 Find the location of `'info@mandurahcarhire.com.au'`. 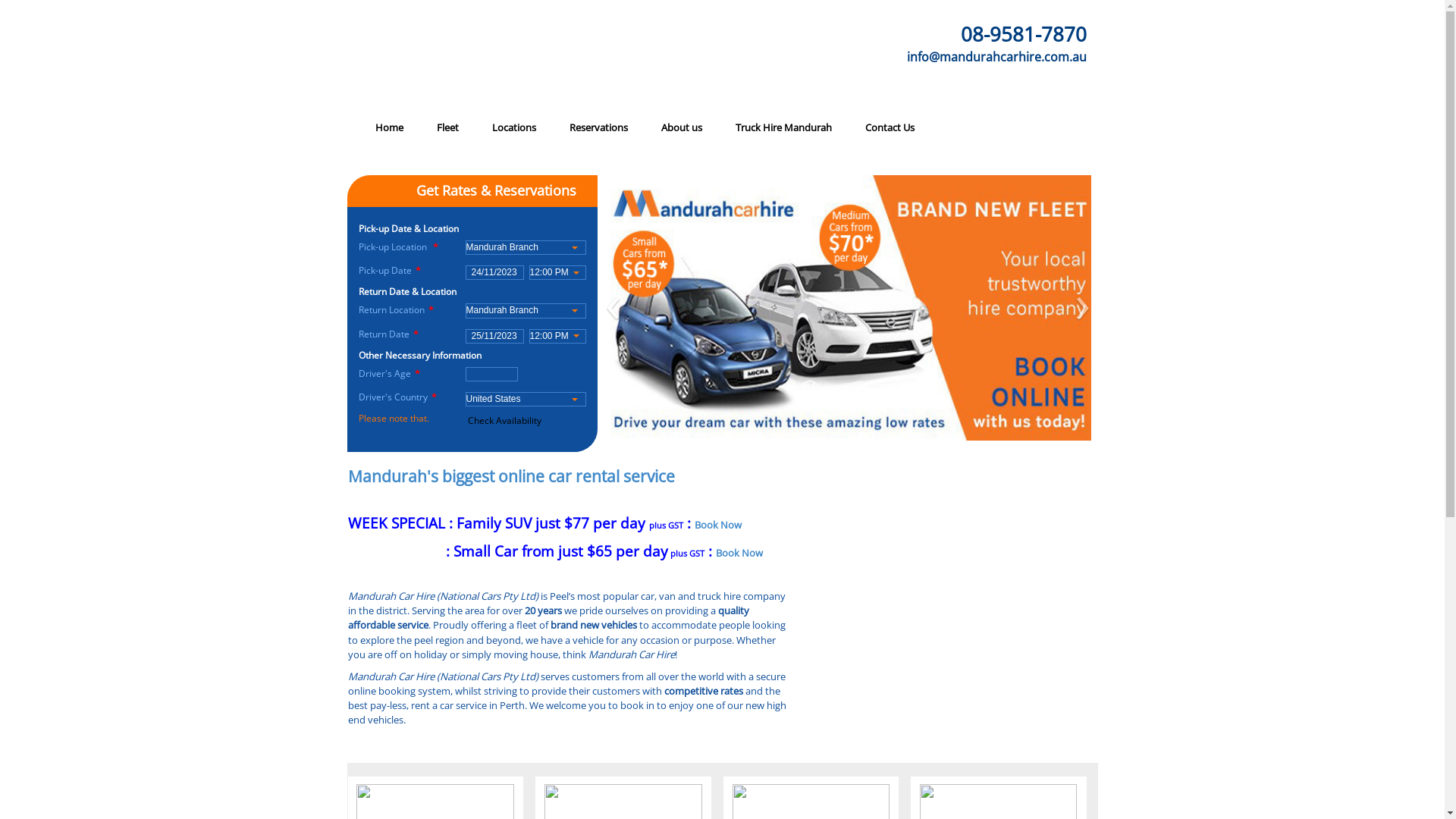

'info@mandurahcarhire.com.au' is located at coordinates (946, 42).